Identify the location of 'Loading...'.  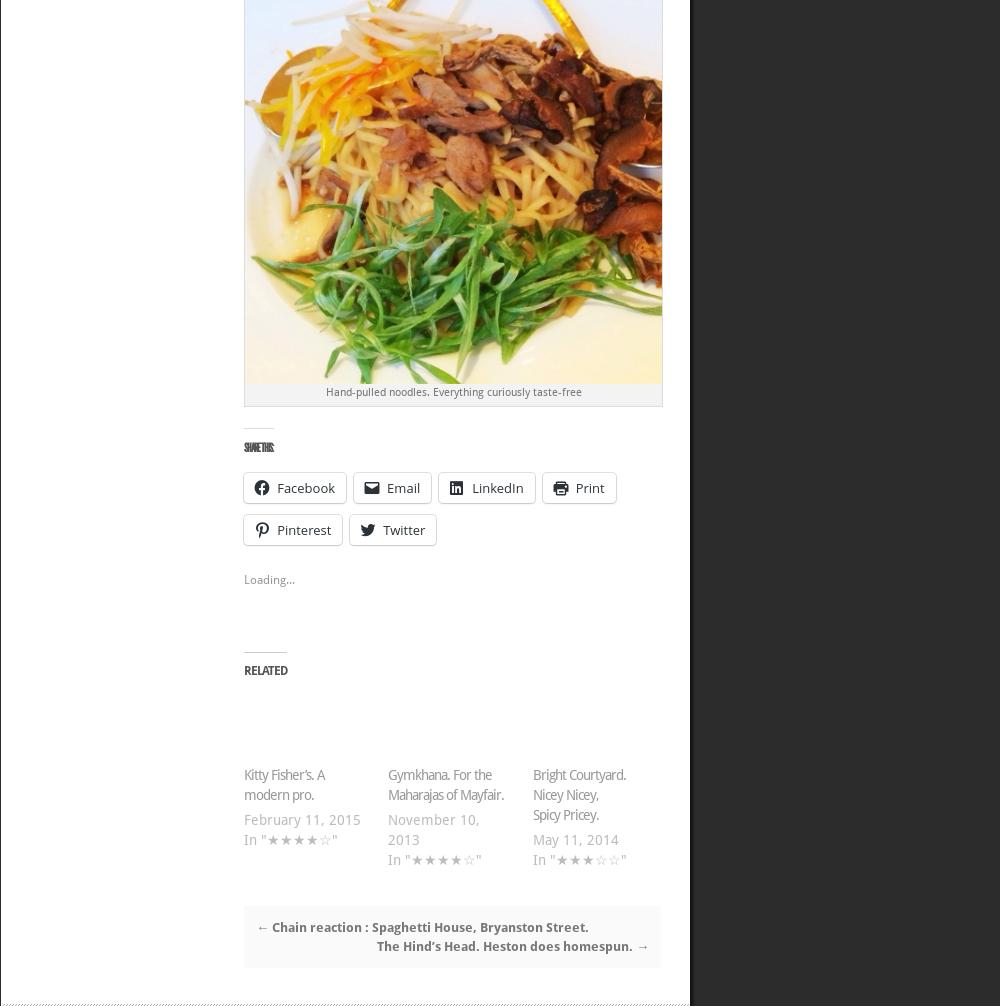
(269, 578).